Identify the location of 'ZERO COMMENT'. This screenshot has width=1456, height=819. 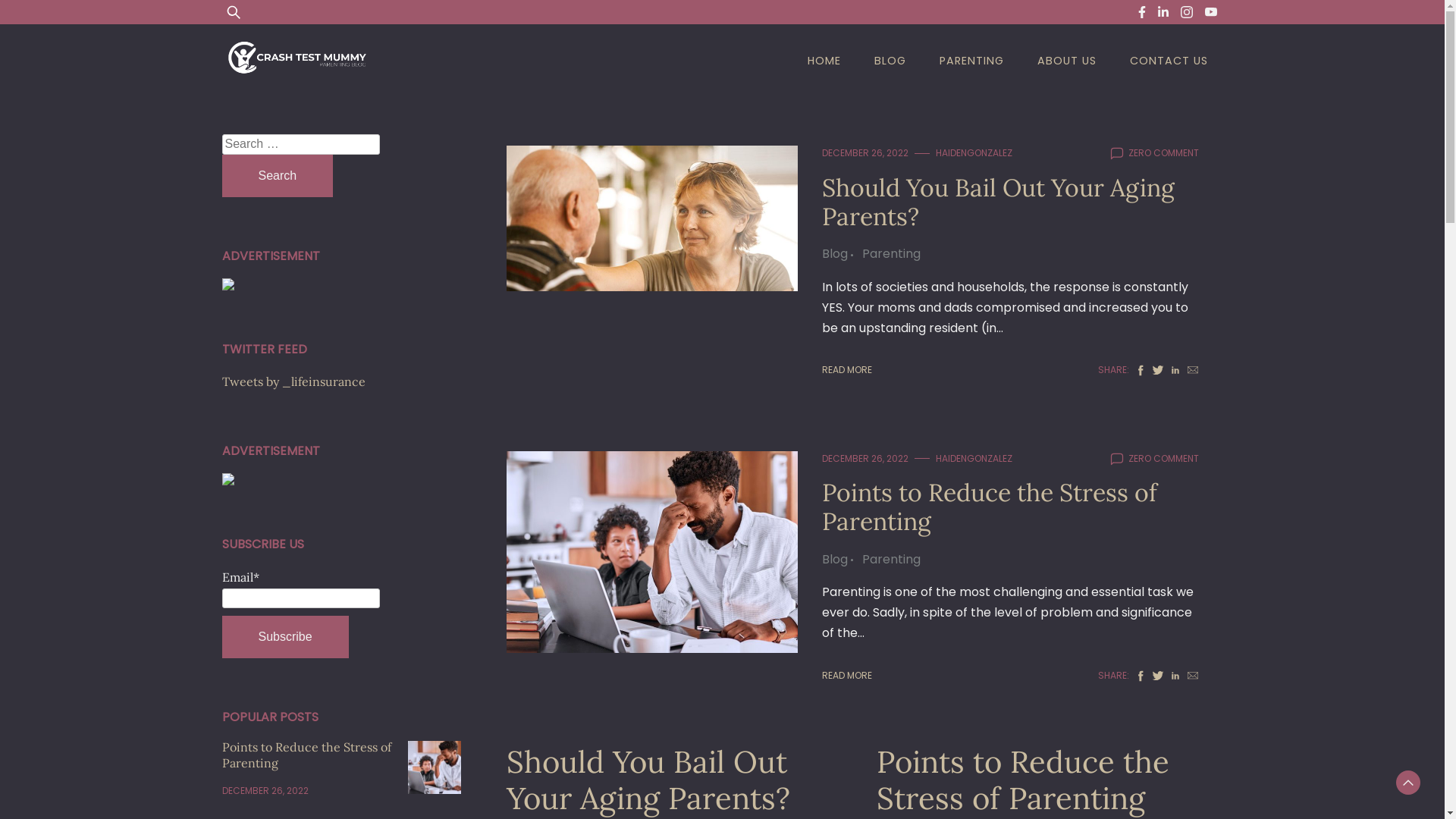
(1163, 152).